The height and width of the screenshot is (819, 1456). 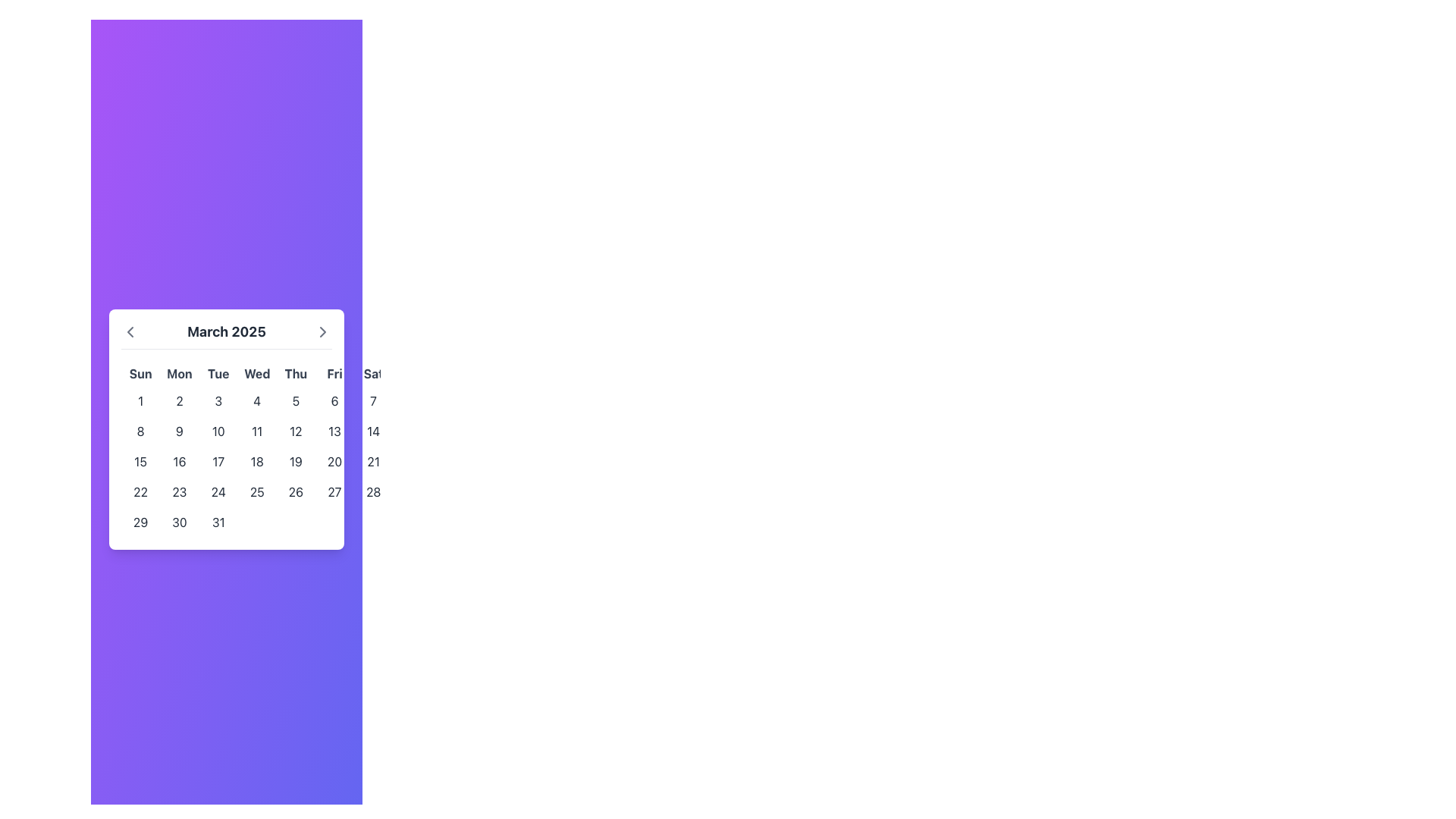 What do you see at coordinates (322, 330) in the screenshot?
I see `the right-pointing chevron arrow located at the top-right corner of the calendar header bar near the 'March 2025' title for feedback` at bounding box center [322, 330].